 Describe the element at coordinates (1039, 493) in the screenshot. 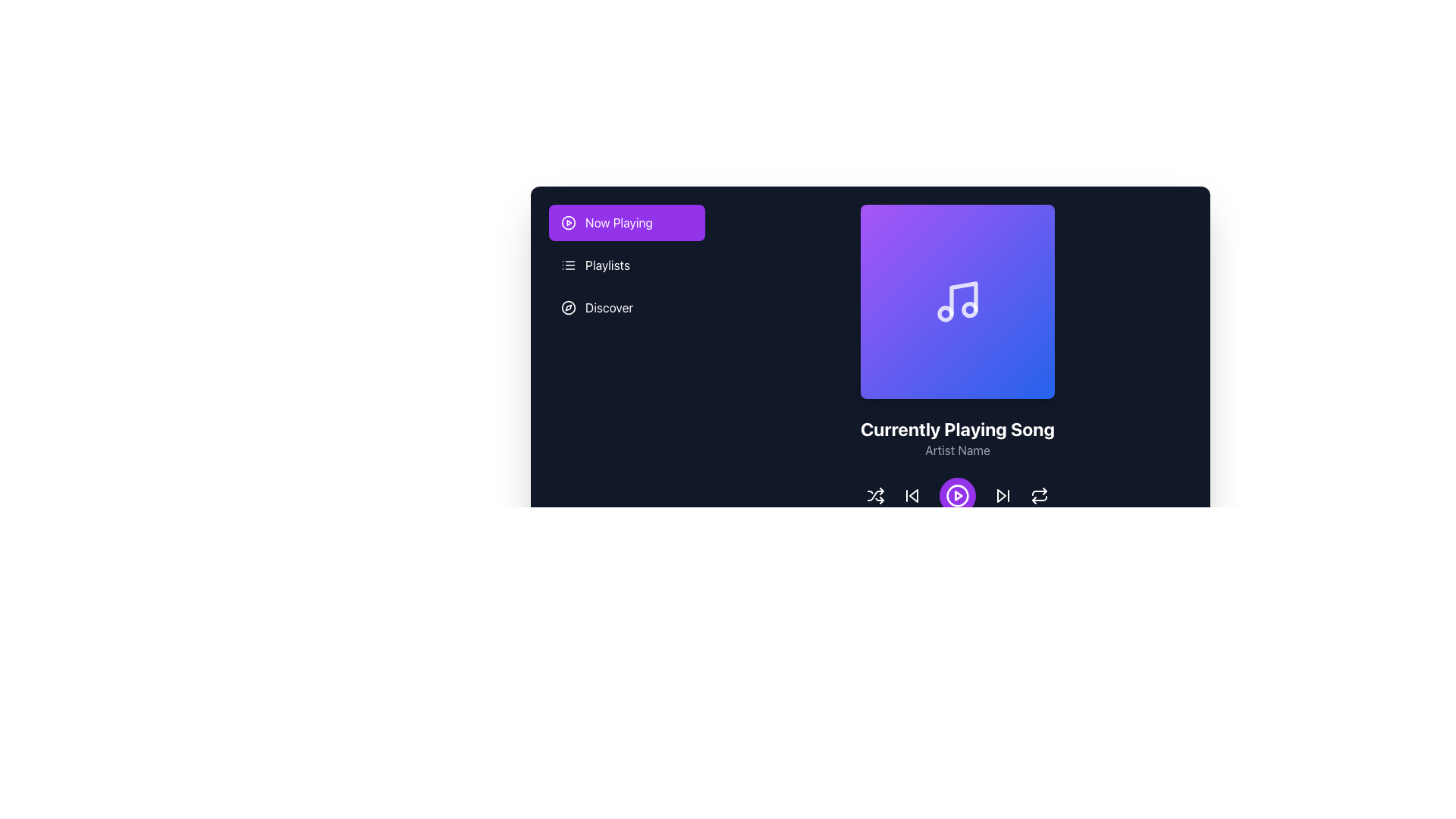

I see `the curved line icon element within the SVG graphic located at the bottom-right corner of the interface, which is part of a repeat-related icon with rounded strokes` at that location.